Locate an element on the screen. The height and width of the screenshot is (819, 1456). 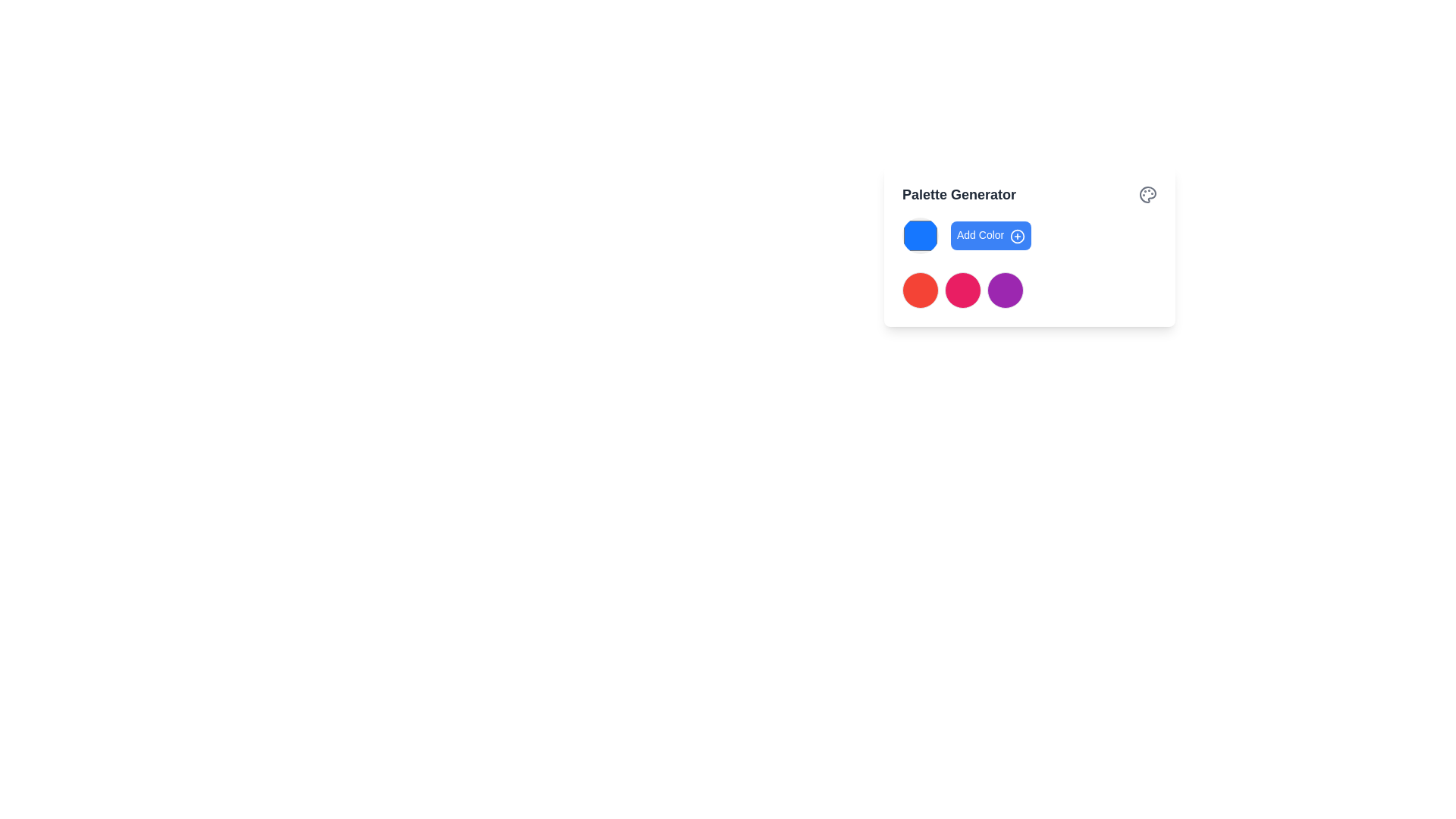
the circular vibrant blue Color Picker Button is located at coordinates (920, 236).